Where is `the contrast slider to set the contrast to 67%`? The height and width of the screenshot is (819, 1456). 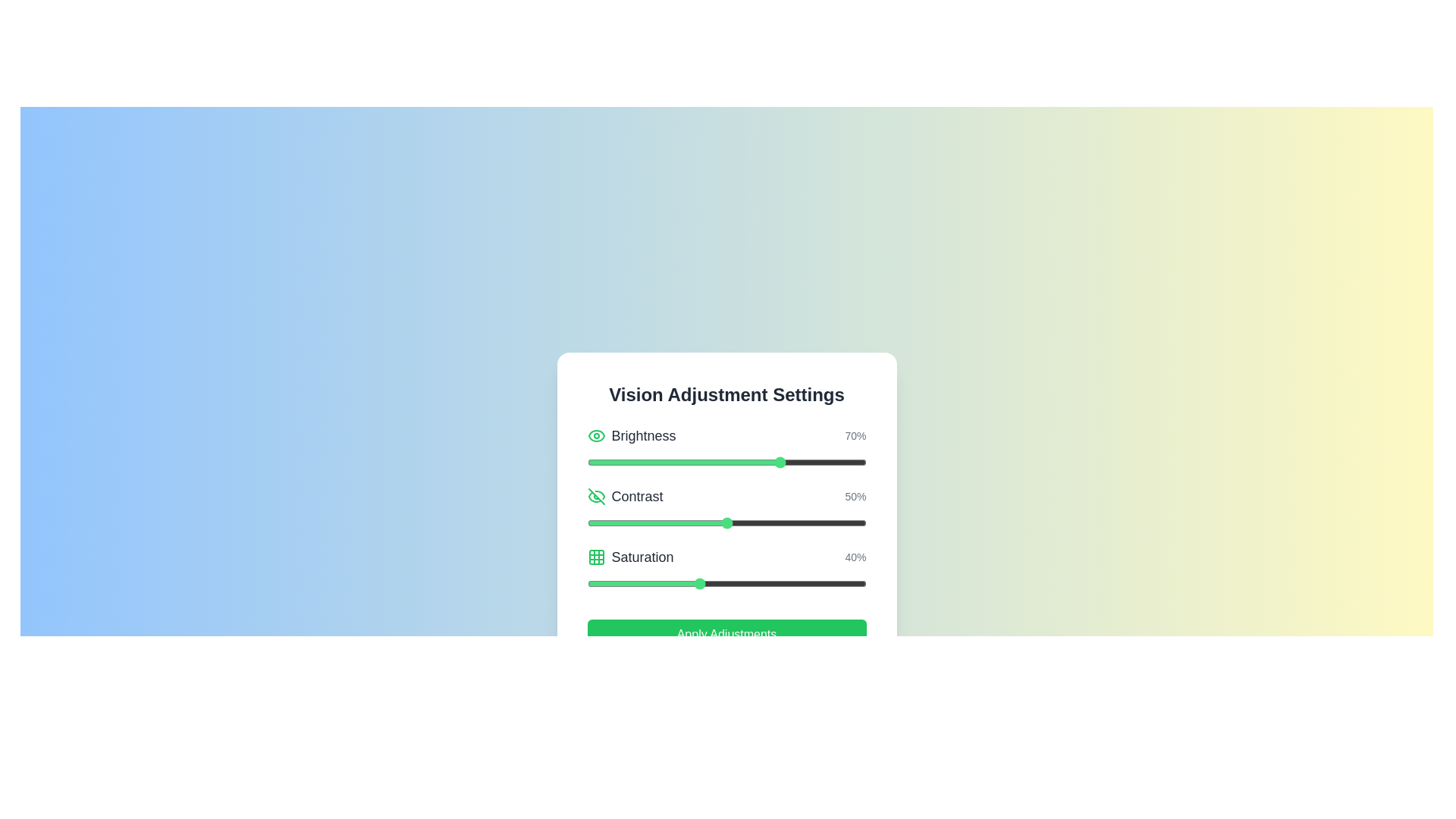 the contrast slider to set the contrast to 67% is located at coordinates (774, 522).